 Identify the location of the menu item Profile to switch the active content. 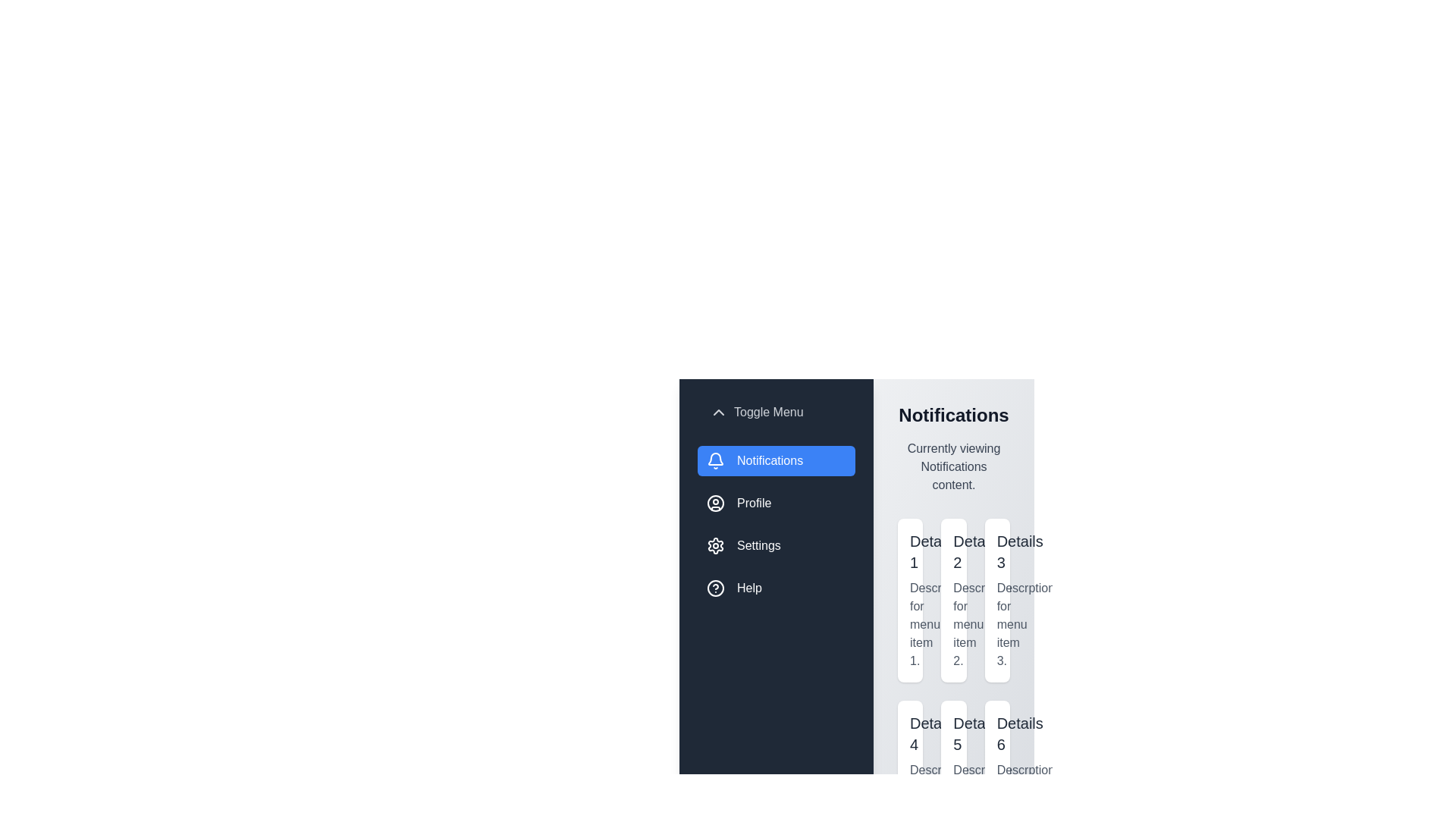
(776, 503).